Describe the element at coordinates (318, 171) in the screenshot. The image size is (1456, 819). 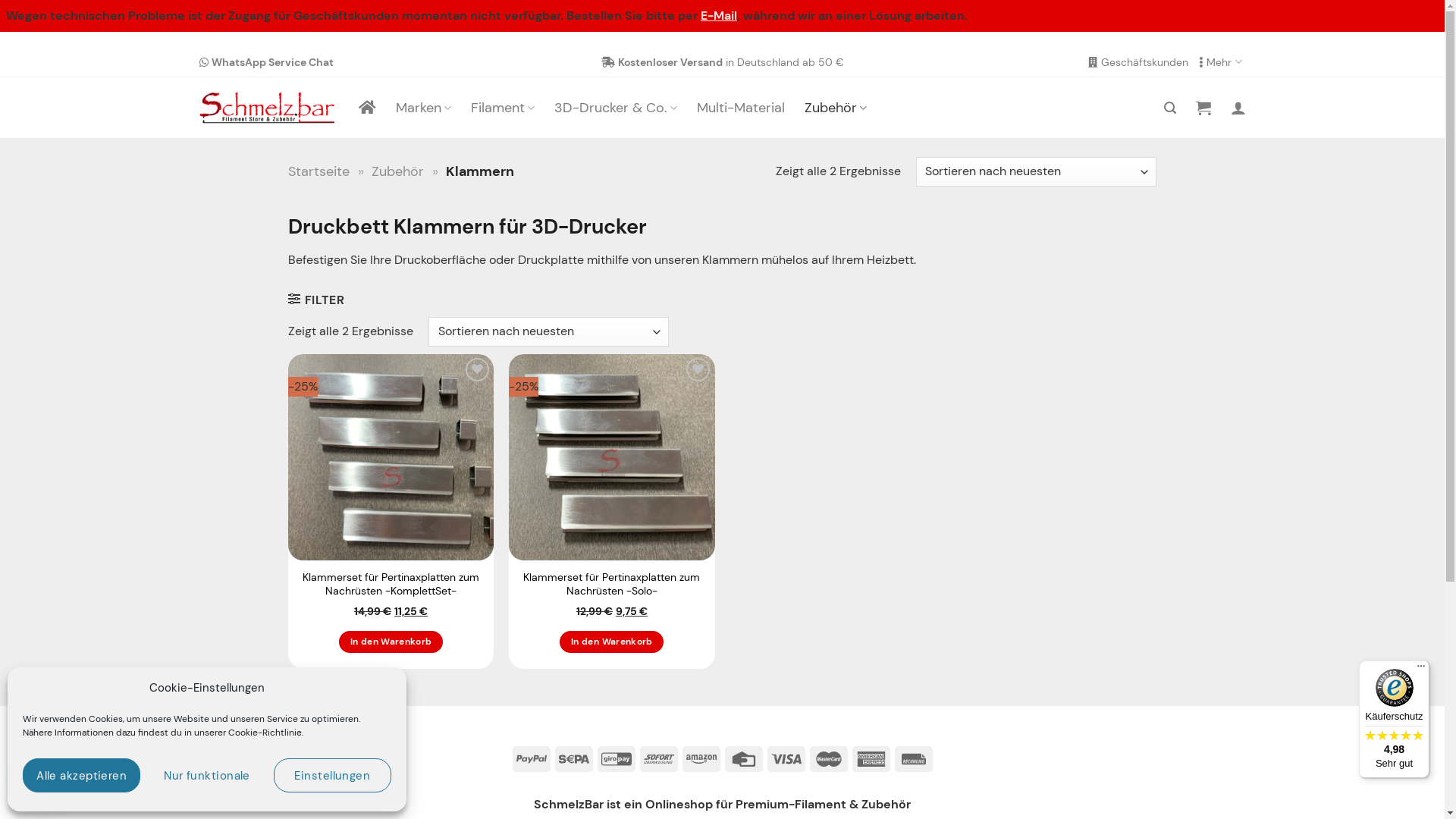
I see `'Startseite'` at that location.